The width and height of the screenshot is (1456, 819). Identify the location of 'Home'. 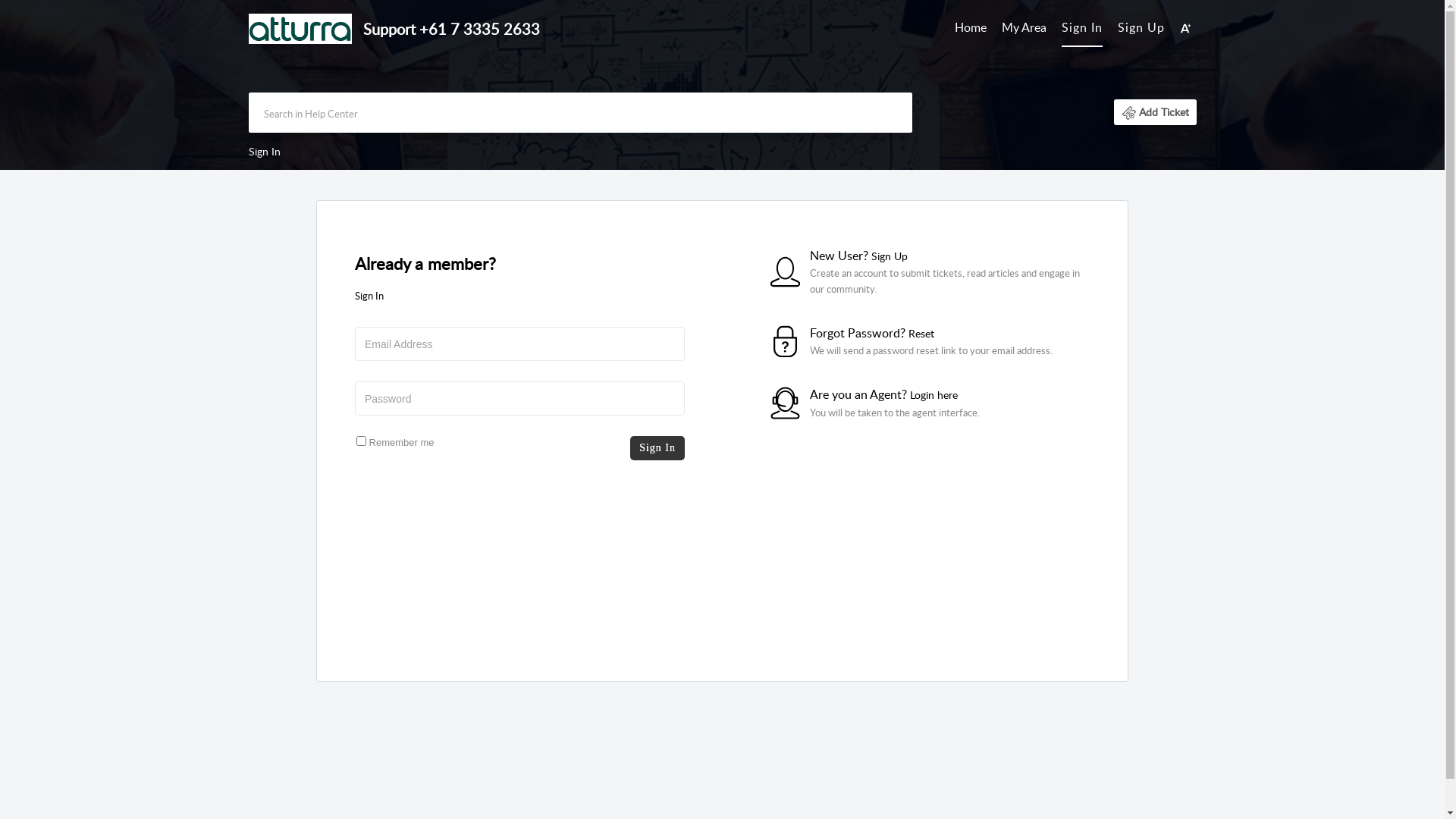
(971, 28).